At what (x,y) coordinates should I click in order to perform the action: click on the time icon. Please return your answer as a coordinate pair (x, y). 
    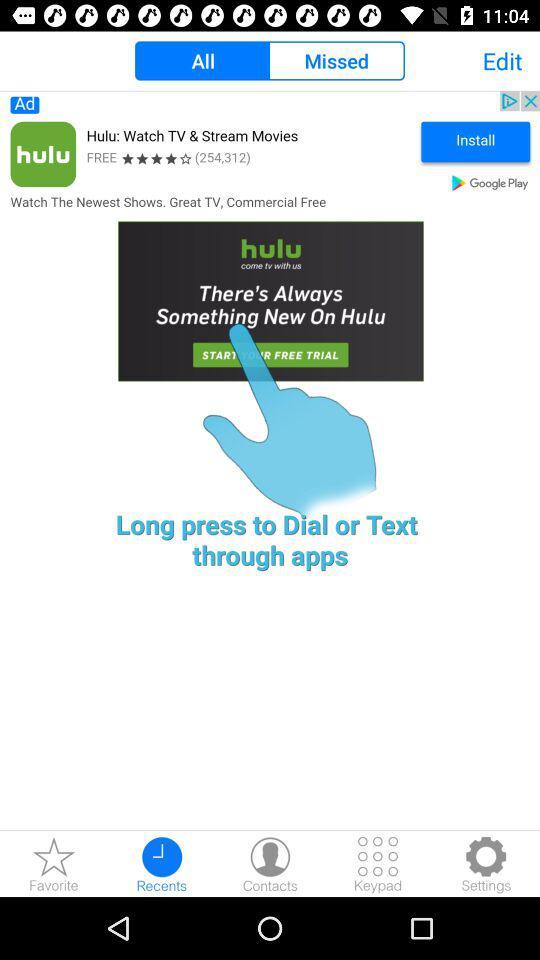
    Looking at the image, I should click on (161, 863).